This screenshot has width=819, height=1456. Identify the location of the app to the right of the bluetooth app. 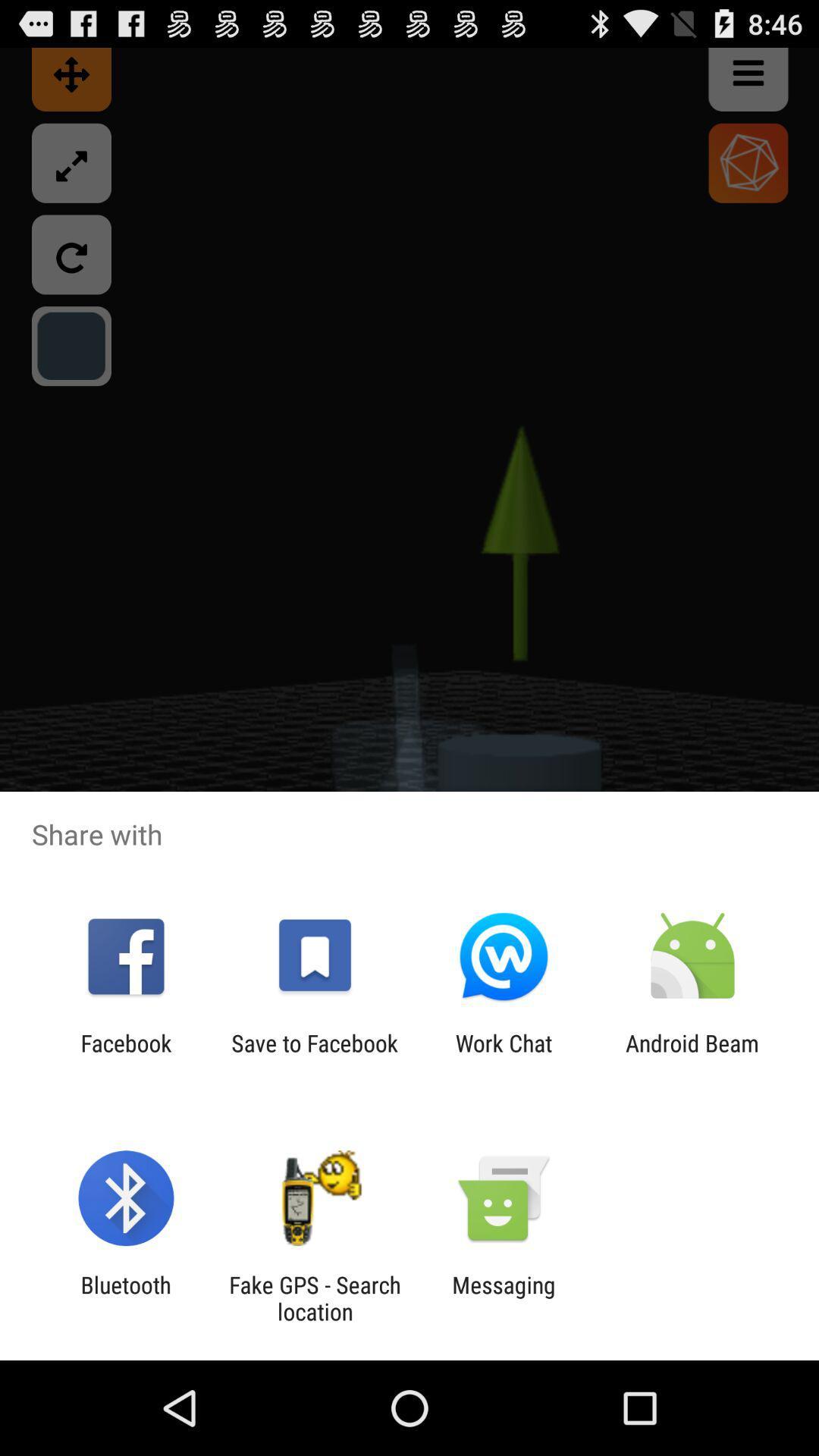
(314, 1298).